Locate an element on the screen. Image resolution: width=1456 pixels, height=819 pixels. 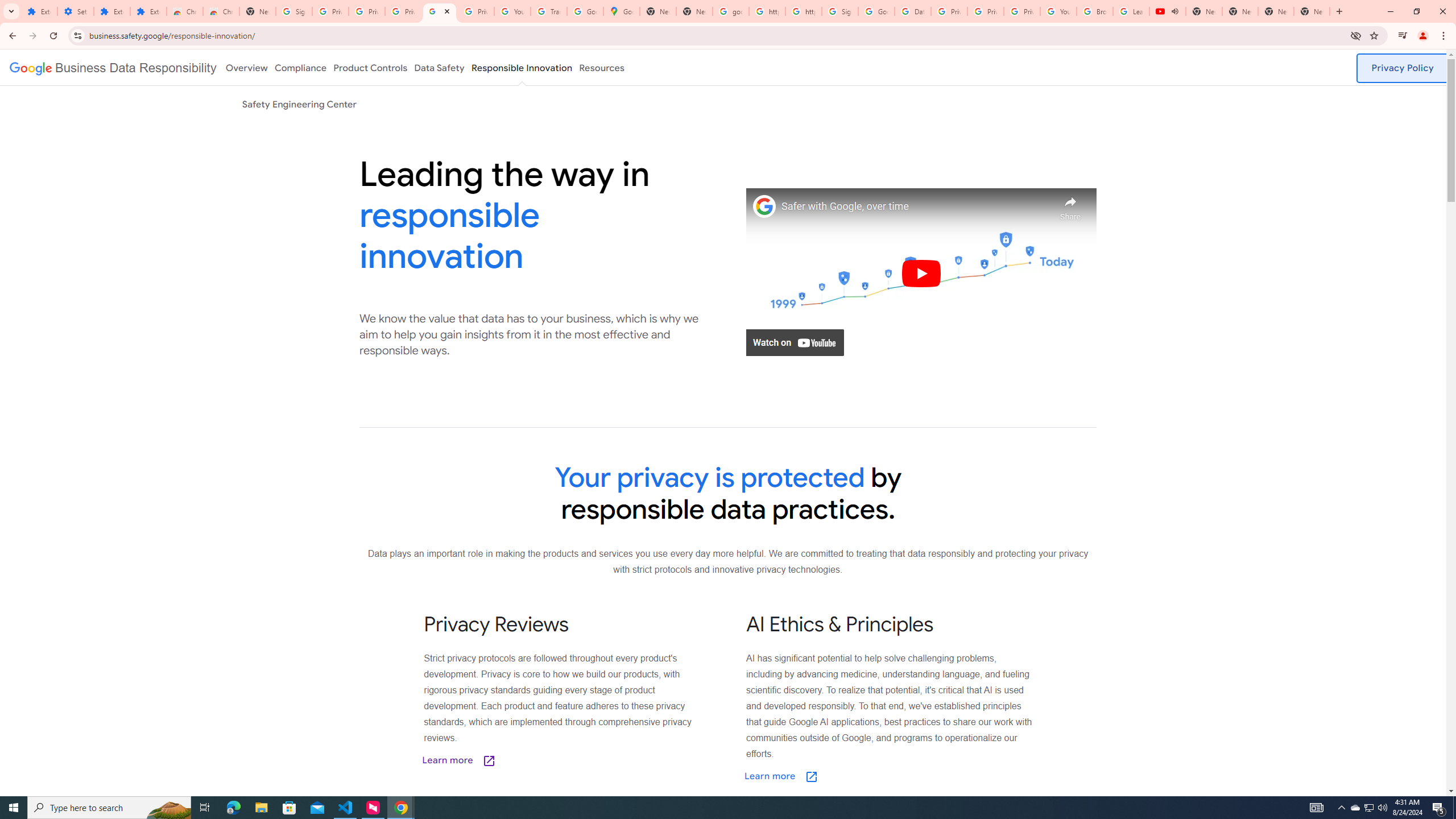
'Product Controls' is located at coordinates (370, 67).